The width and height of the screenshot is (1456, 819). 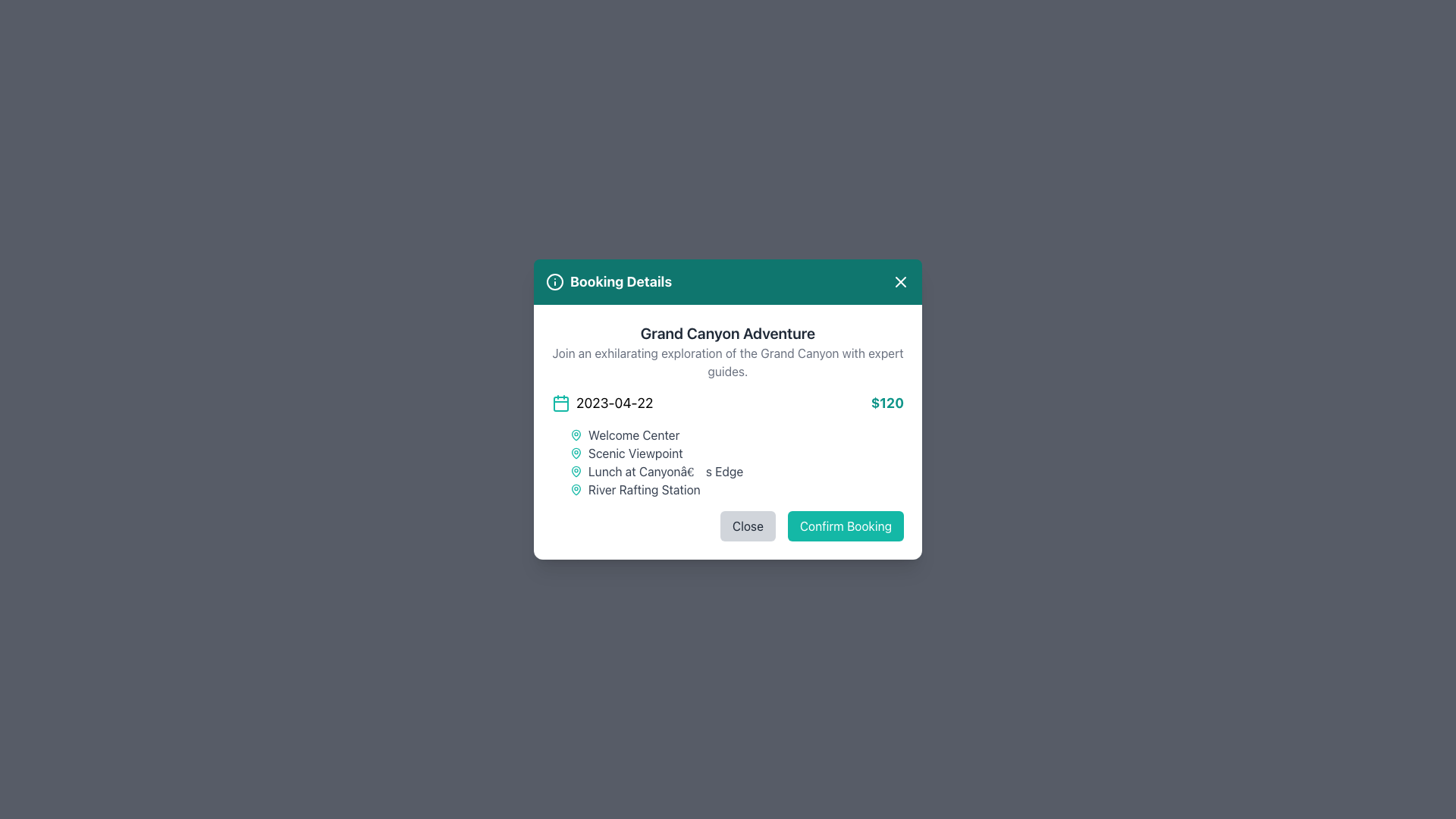 I want to click on text label 'Booking Details' that is styled with a bold font and located in the header of the modal window, positioned at the top-left next to an information icon, so click(x=609, y=281).